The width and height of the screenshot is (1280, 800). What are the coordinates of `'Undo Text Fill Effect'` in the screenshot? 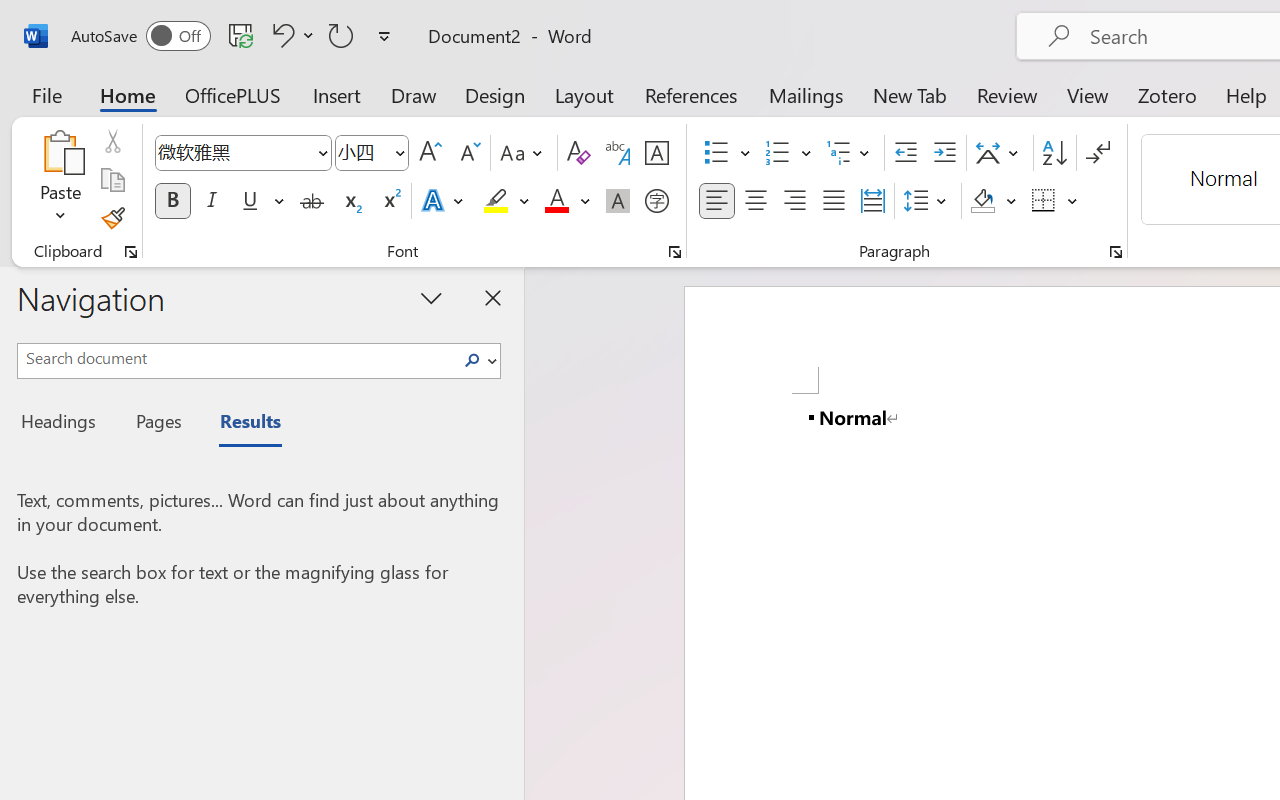 It's located at (289, 34).